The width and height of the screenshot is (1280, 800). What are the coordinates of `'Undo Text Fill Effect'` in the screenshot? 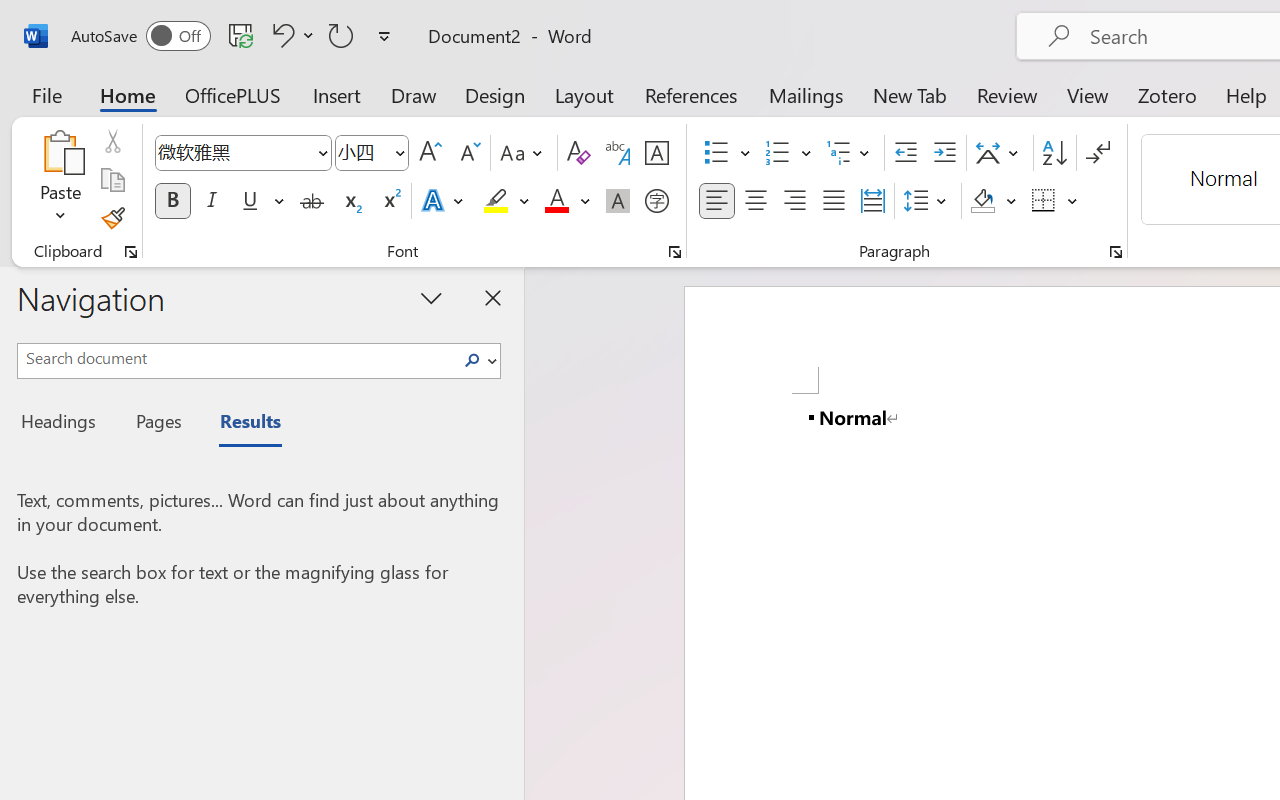 It's located at (289, 34).